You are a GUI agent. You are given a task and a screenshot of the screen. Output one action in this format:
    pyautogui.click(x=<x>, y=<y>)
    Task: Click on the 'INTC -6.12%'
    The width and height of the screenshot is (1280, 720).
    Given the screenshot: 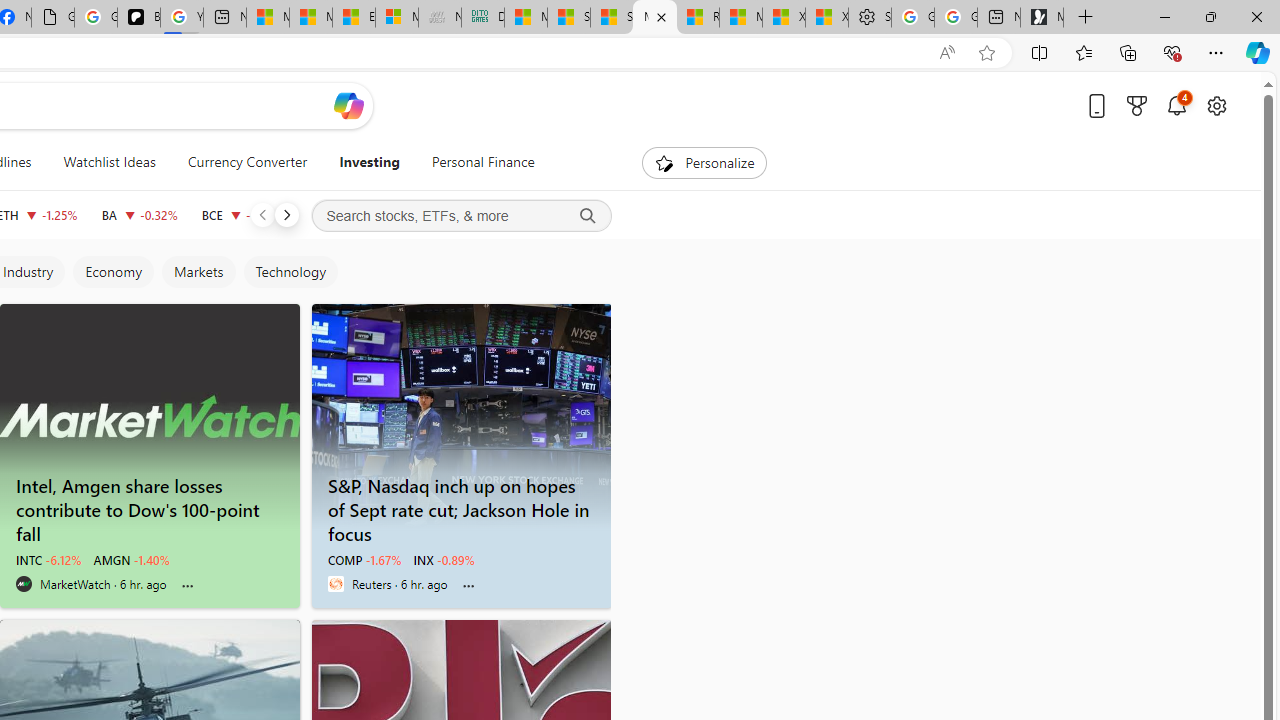 What is the action you would take?
    pyautogui.click(x=48, y=560)
    